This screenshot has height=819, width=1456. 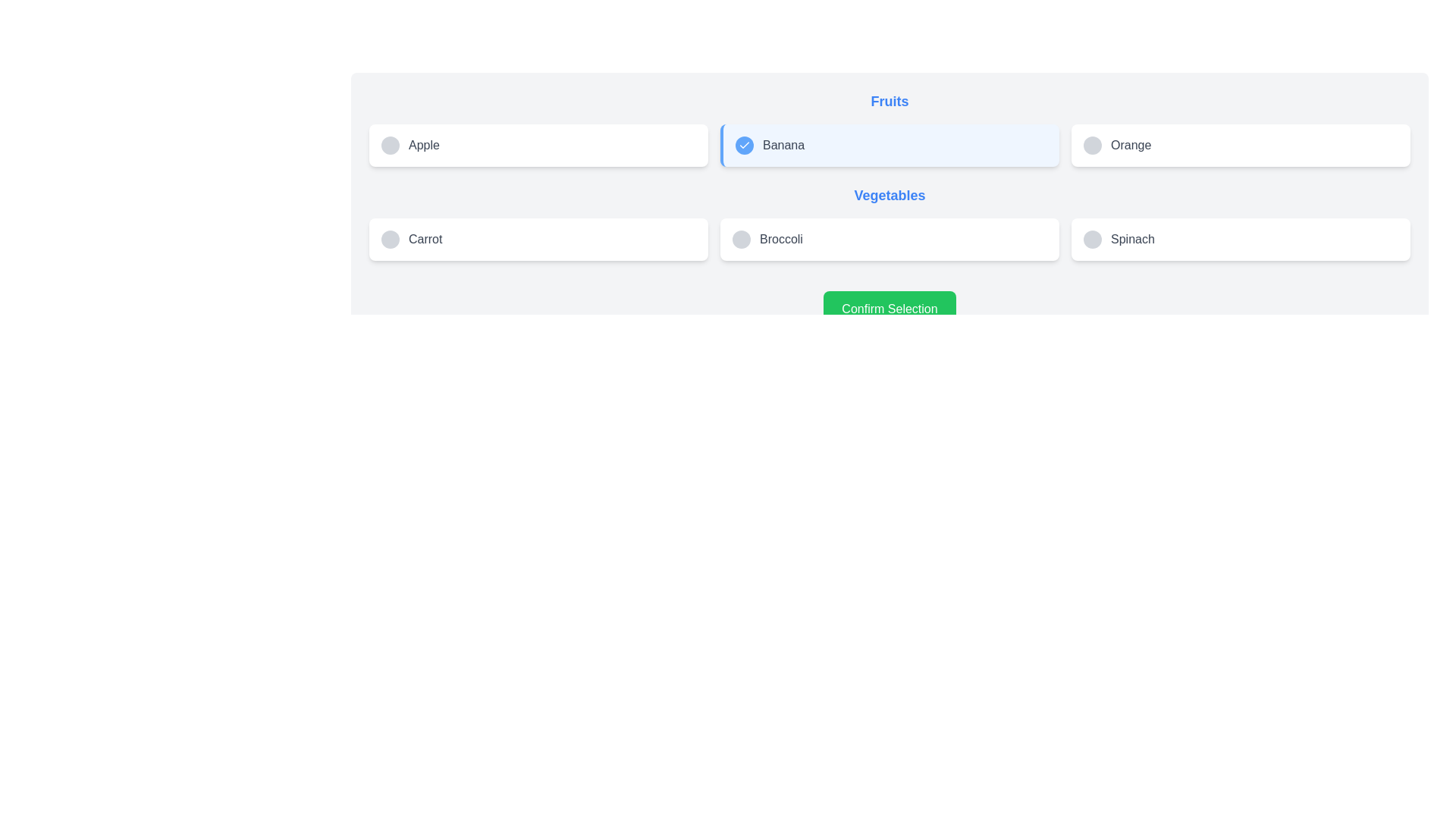 I want to click on the static text label reading 'Carrot' that is styled with a gray color and medium-weight font, located in the second column of the second row within the grid layout, under the 'Vegetables' category, so click(x=425, y=239).